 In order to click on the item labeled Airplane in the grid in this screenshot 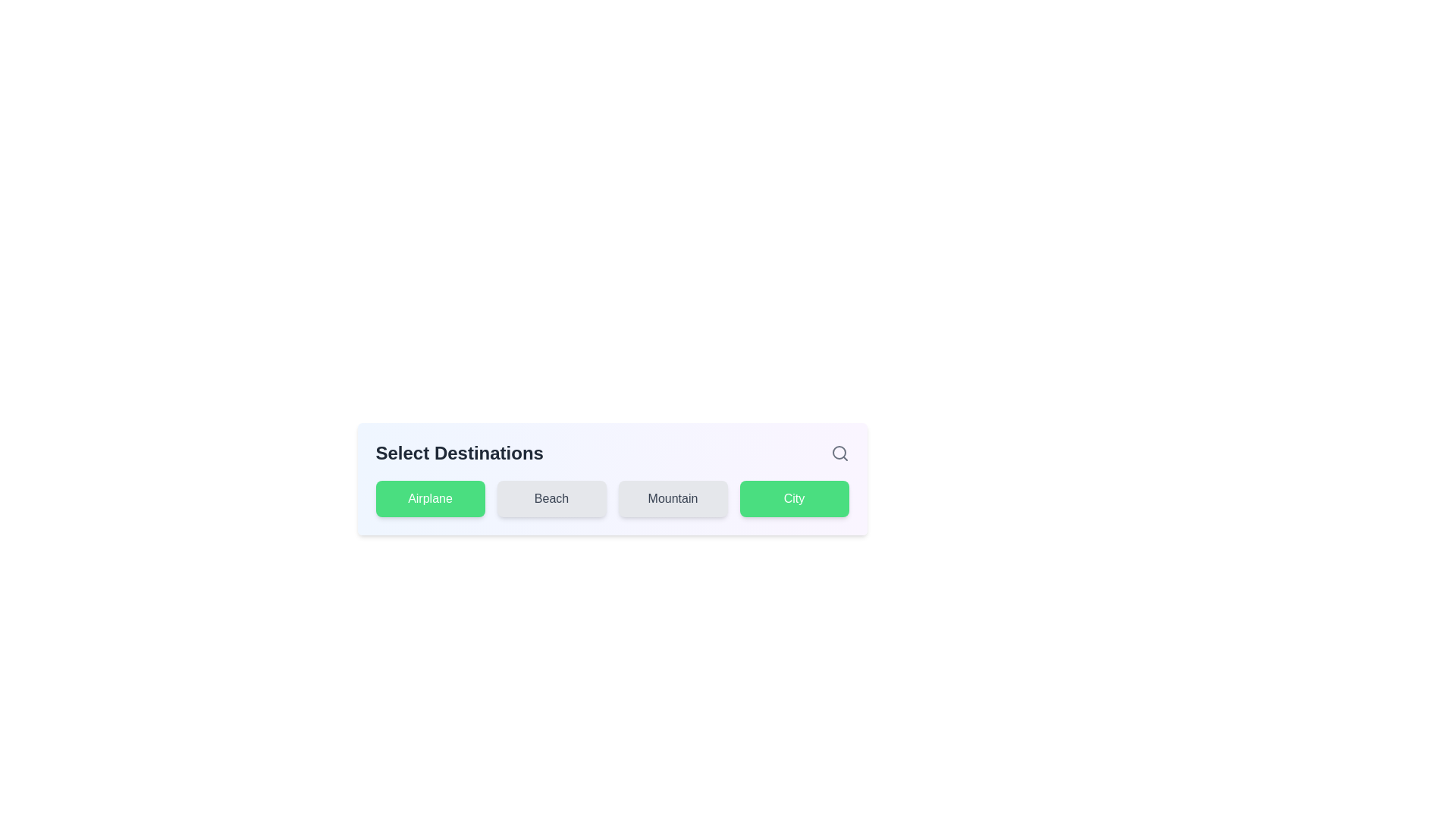, I will do `click(429, 499)`.